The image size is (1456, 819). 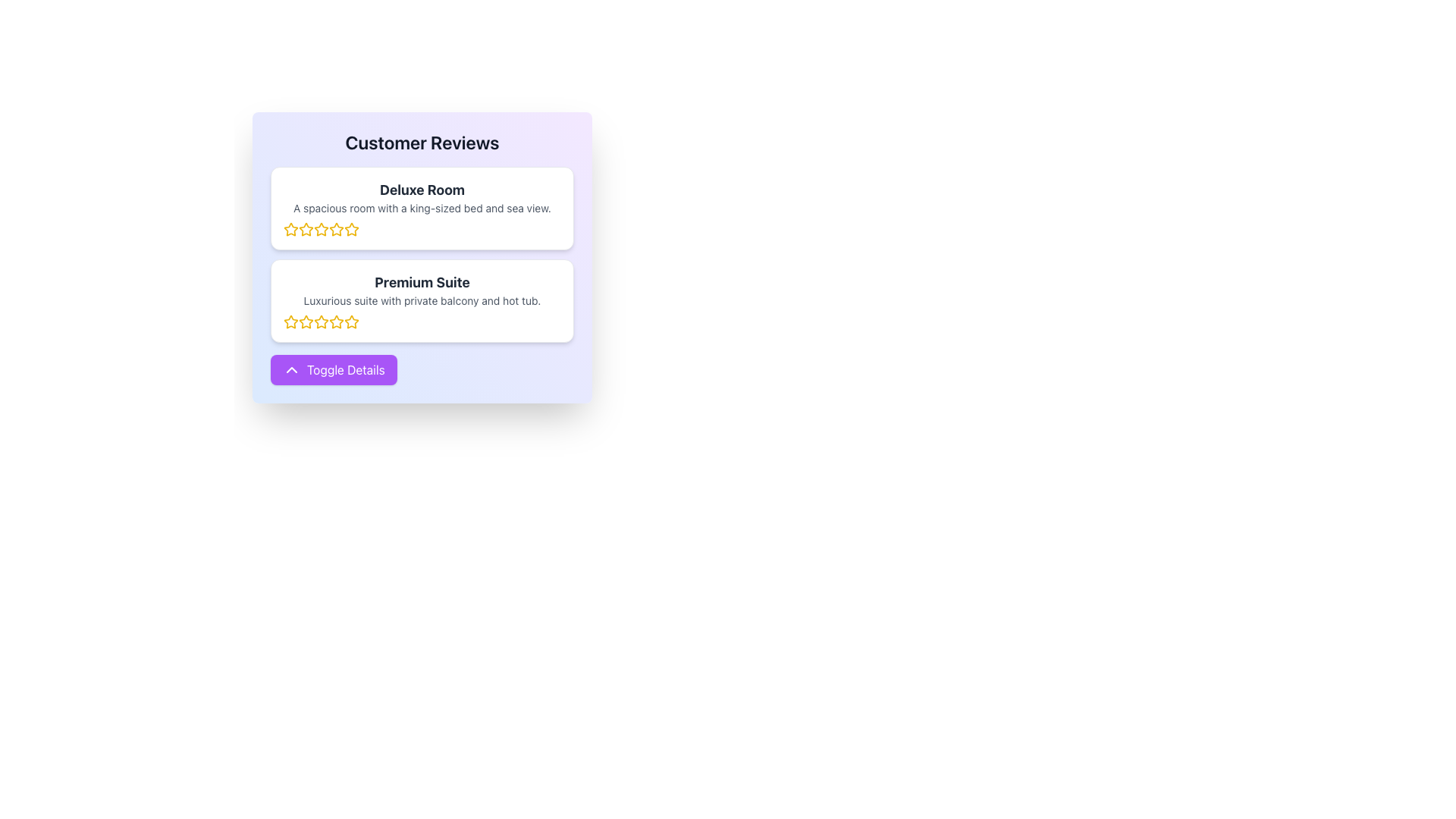 What do you see at coordinates (291, 370) in the screenshot?
I see `the chevron icon within the 'Toggle Details' button located at the bottom-left of the 'Customer Reviews' card` at bounding box center [291, 370].